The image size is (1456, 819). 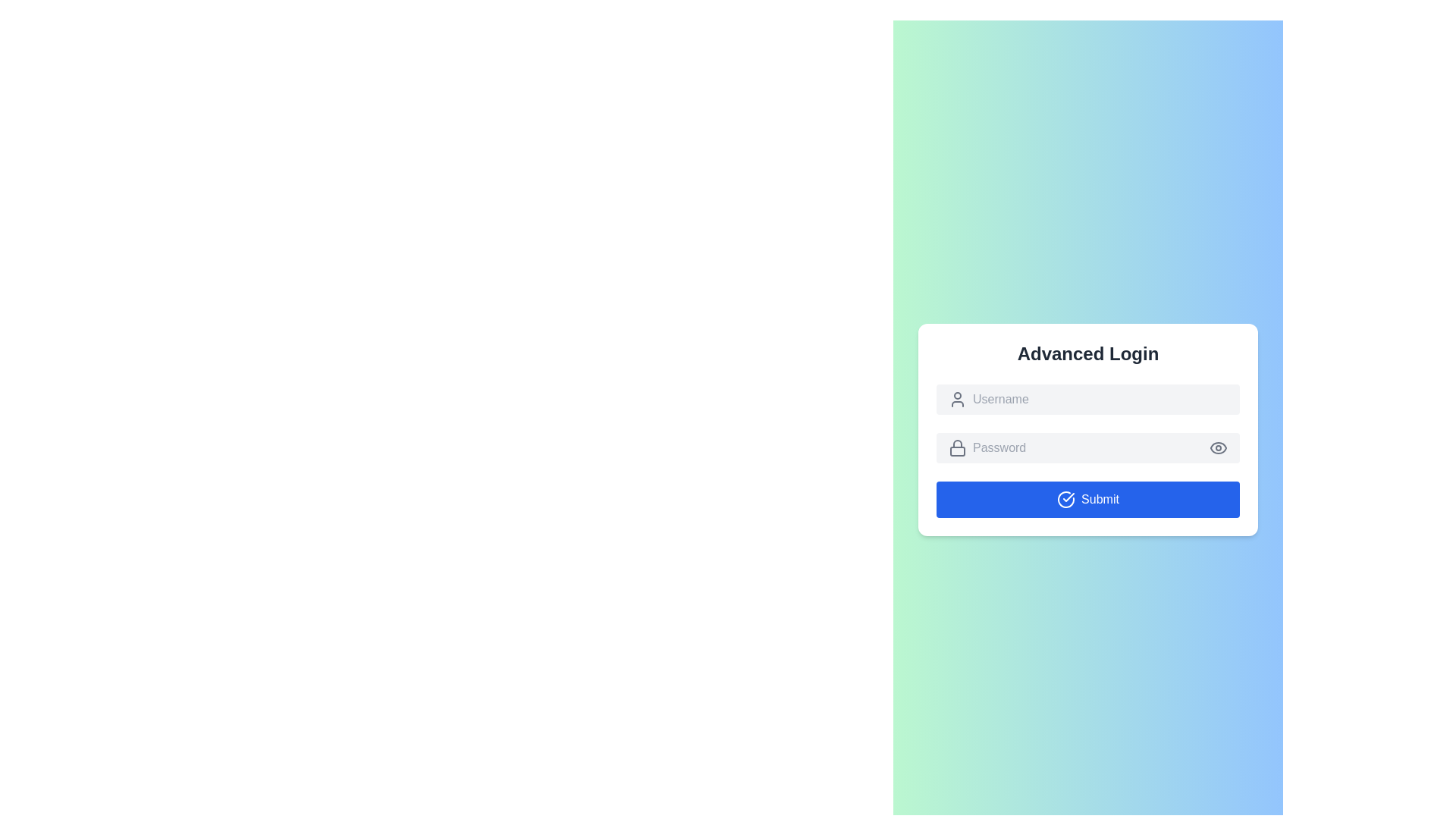 I want to click on circular outline SVG element representing the checkmark icon next to the 'Submit' button, so click(x=1065, y=500).